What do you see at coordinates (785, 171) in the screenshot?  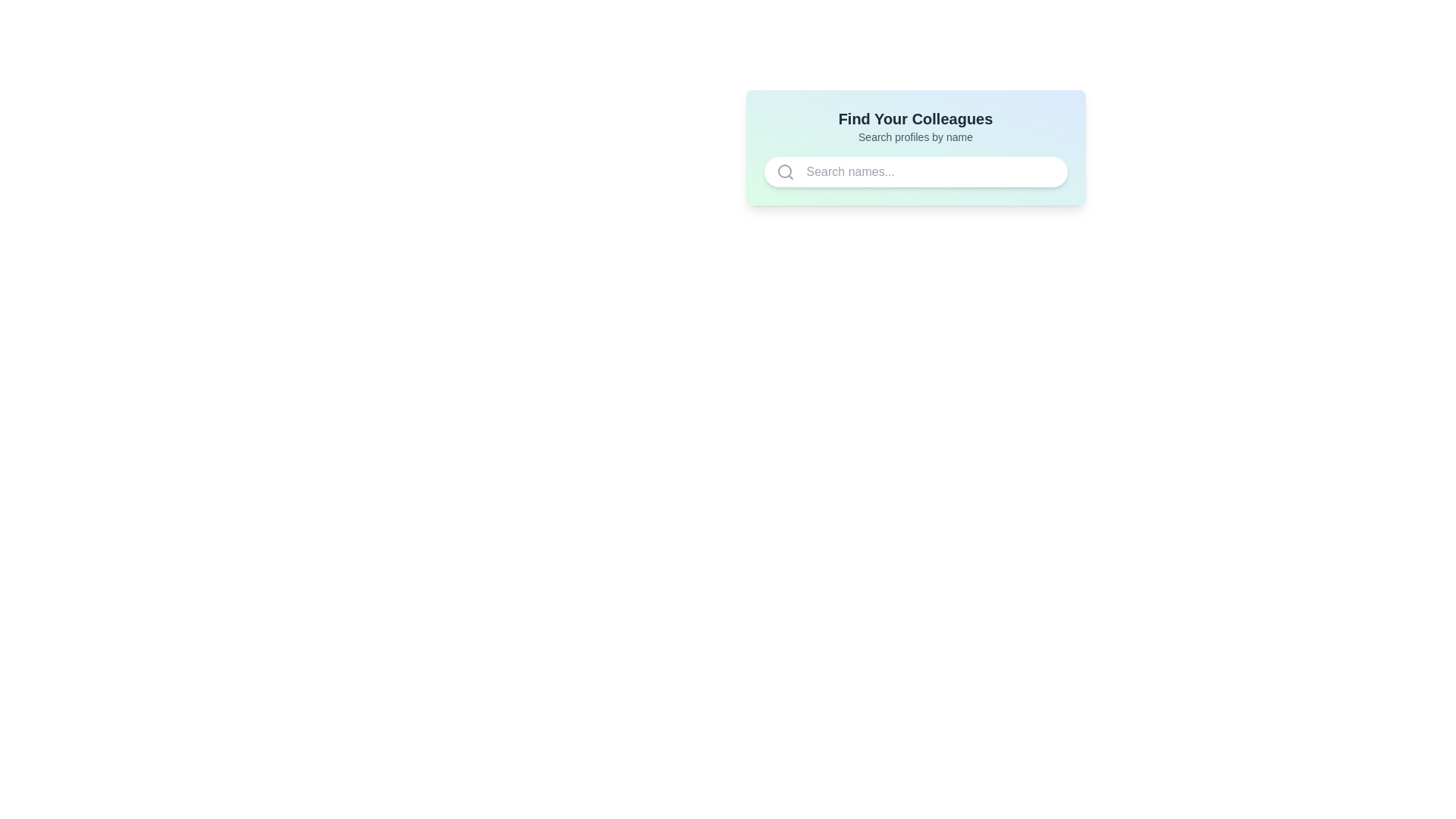 I see `the magnifying glass icon located at the left edge of the search bar inside the card-like interface with the header 'Find Your Colleagues'` at bounding box center [785, 171].